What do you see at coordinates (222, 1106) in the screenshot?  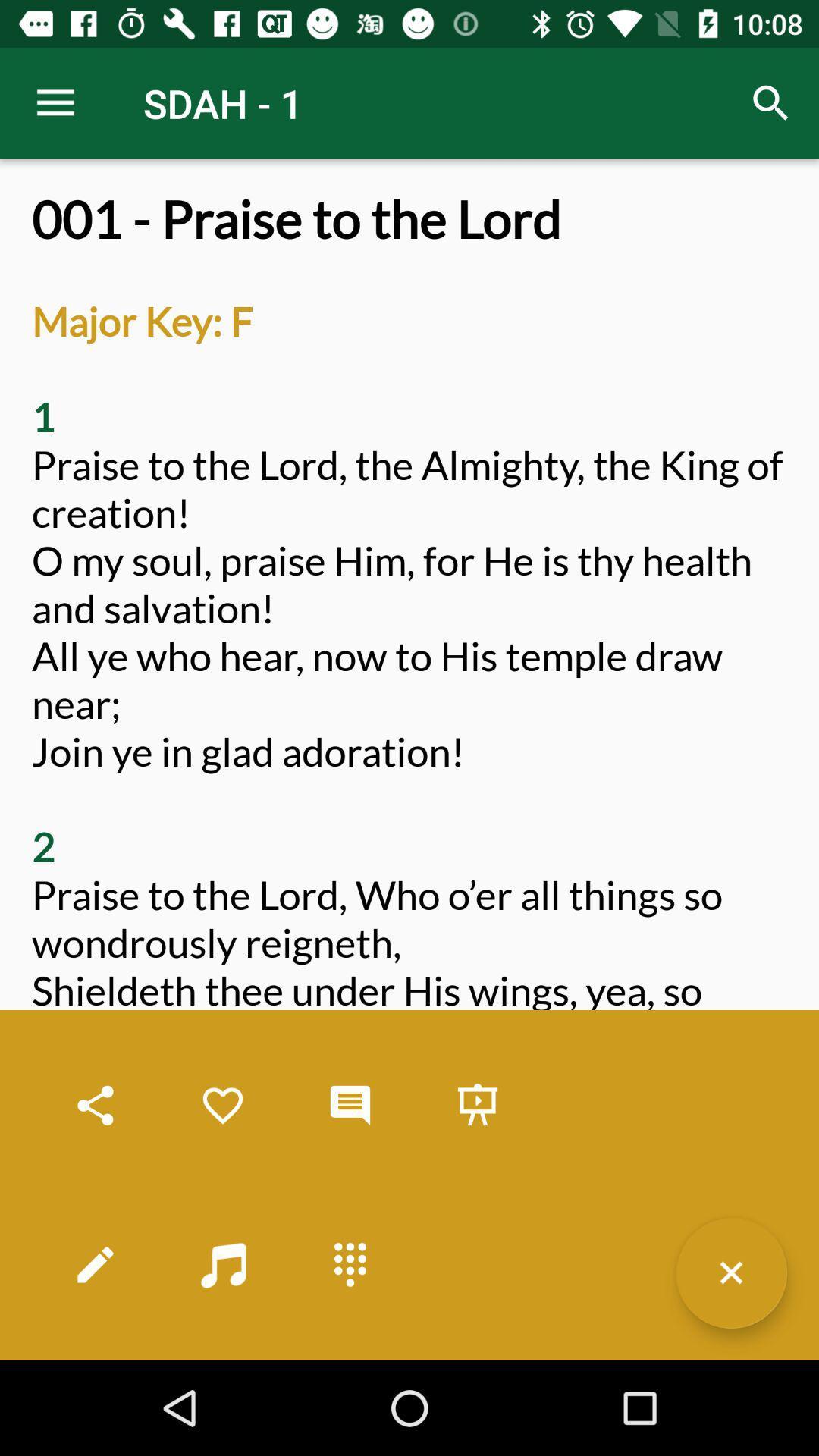 I see `heart emoji` at bounding box center [222, 1106].